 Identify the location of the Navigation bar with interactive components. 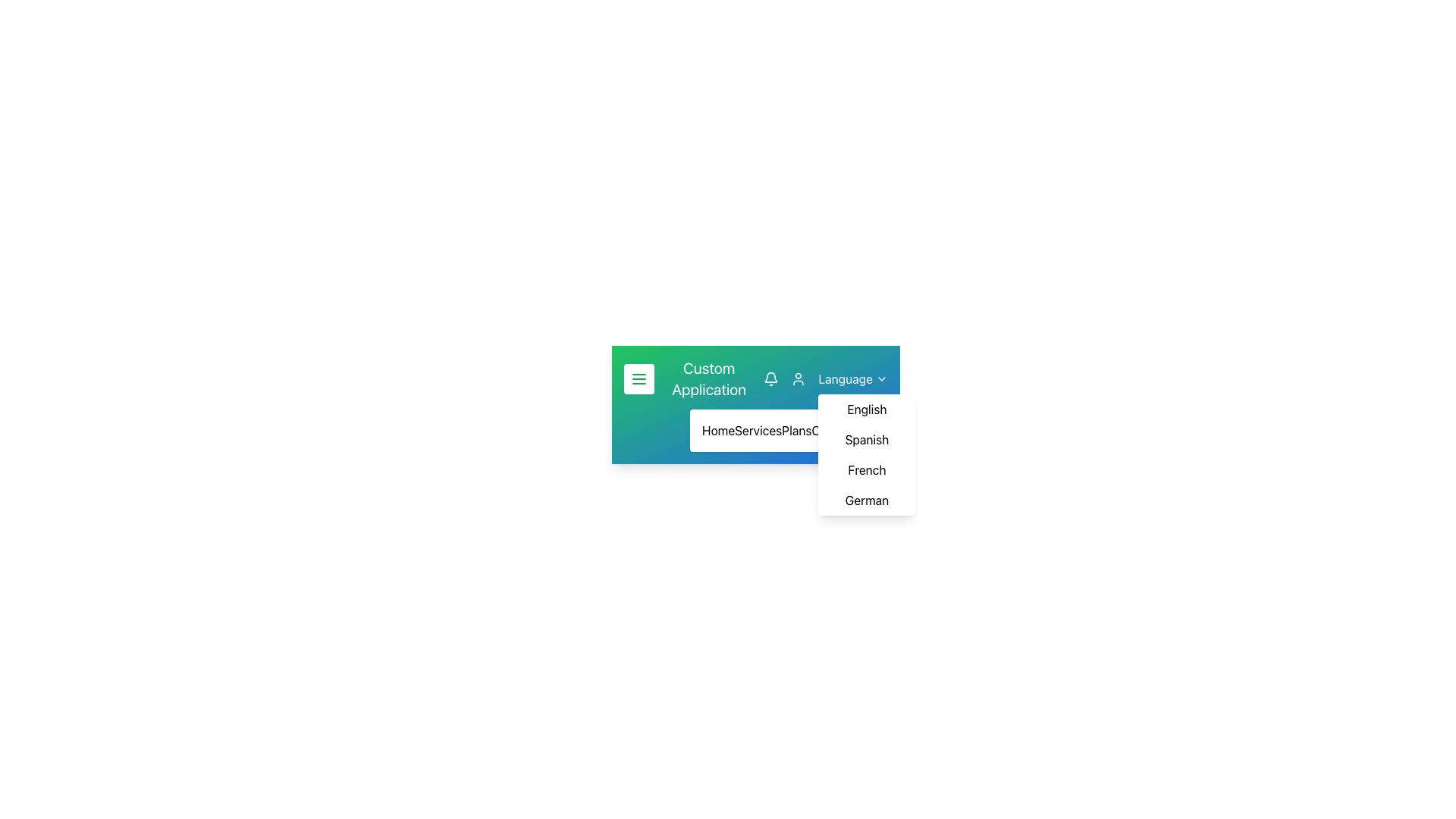
(756, 378).